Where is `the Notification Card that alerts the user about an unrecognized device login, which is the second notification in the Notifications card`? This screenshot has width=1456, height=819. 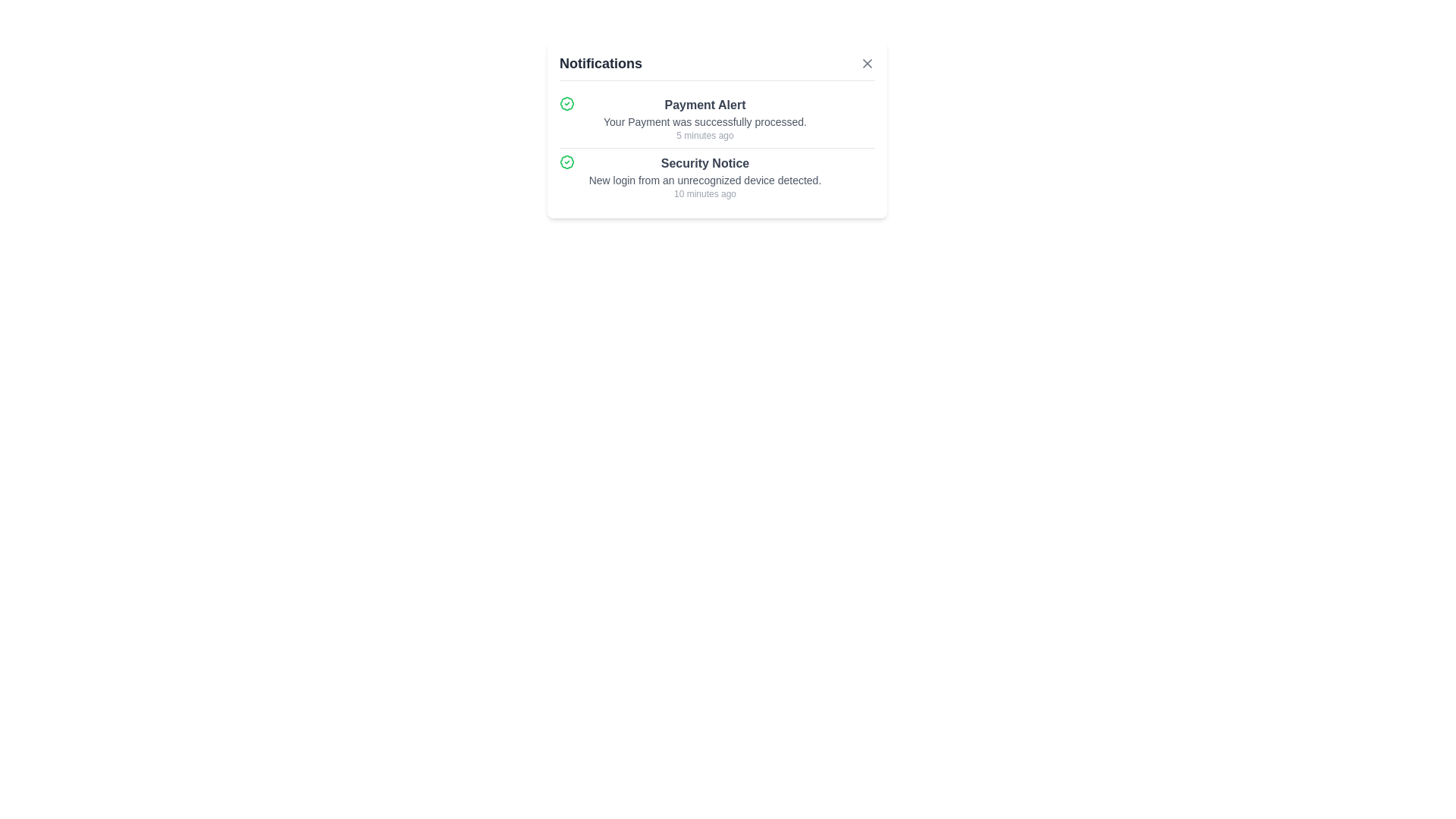 the Notification Card that alerts the user about an unrecognized device login, which is the second notification in the Notifications card is located at coordinates (704, 177).